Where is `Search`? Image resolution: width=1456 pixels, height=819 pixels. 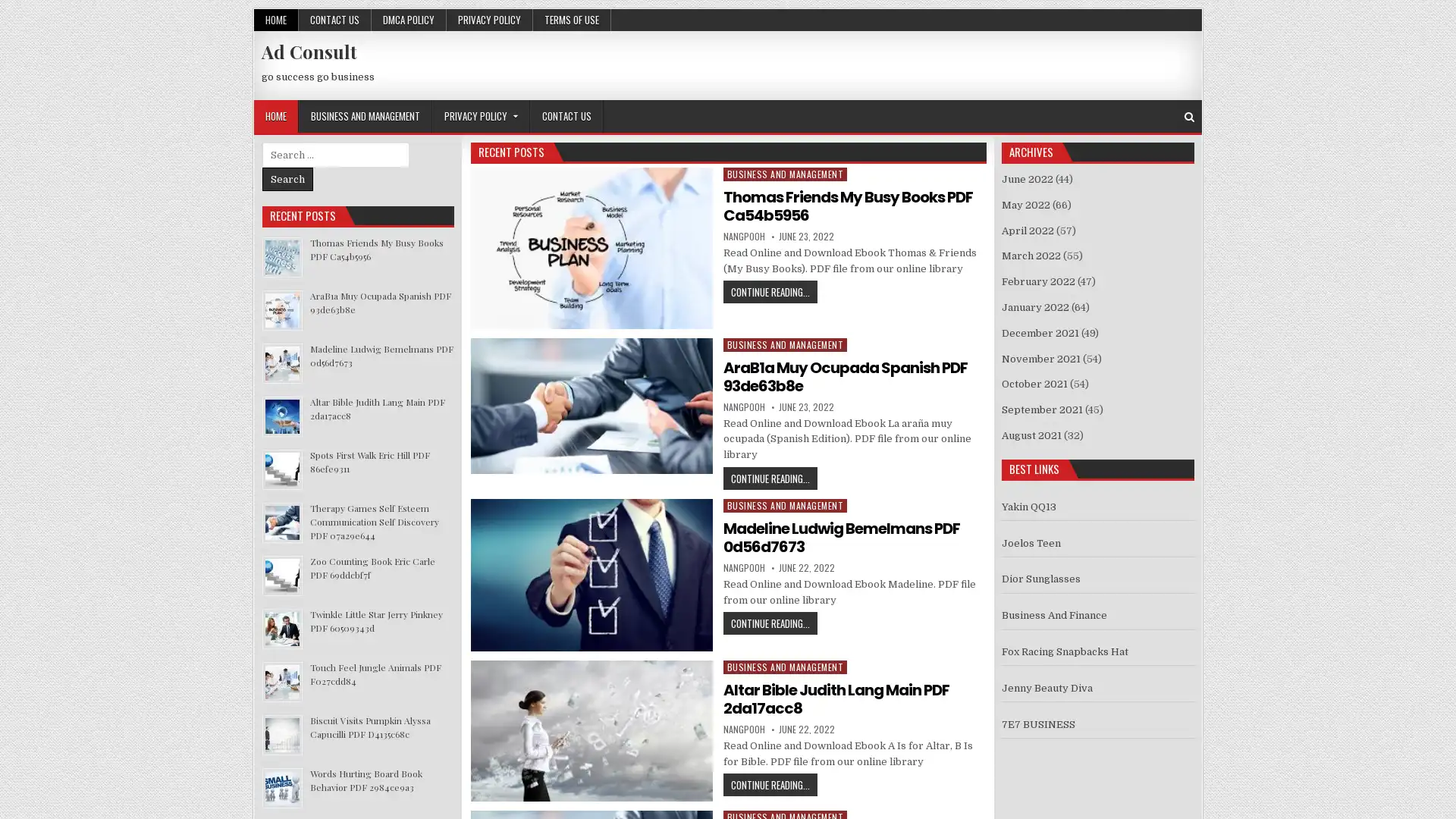 Search is located at coordinates (287, 178).